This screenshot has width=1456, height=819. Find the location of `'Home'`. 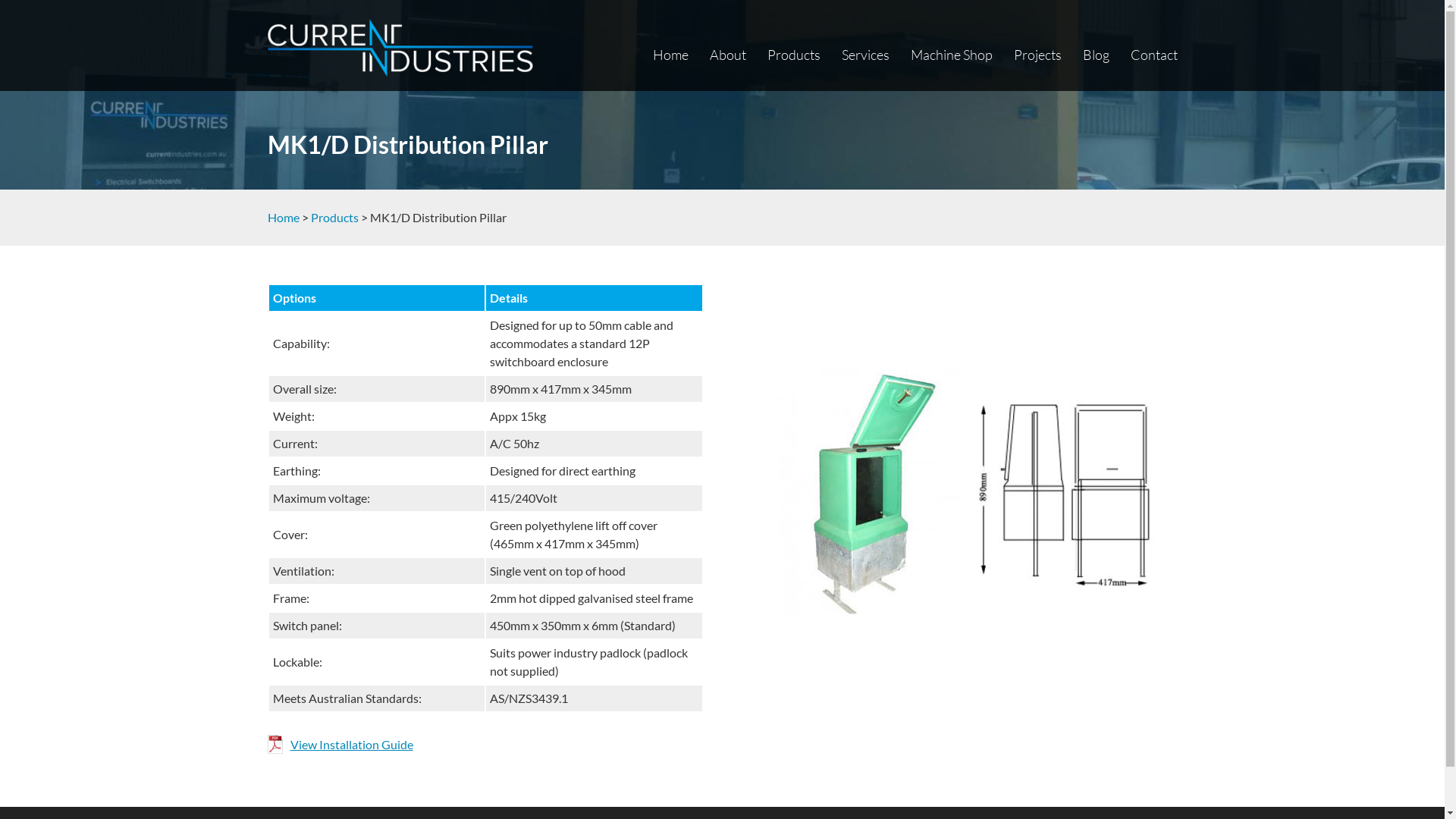

'Home' is located at coordinates (283, 217).